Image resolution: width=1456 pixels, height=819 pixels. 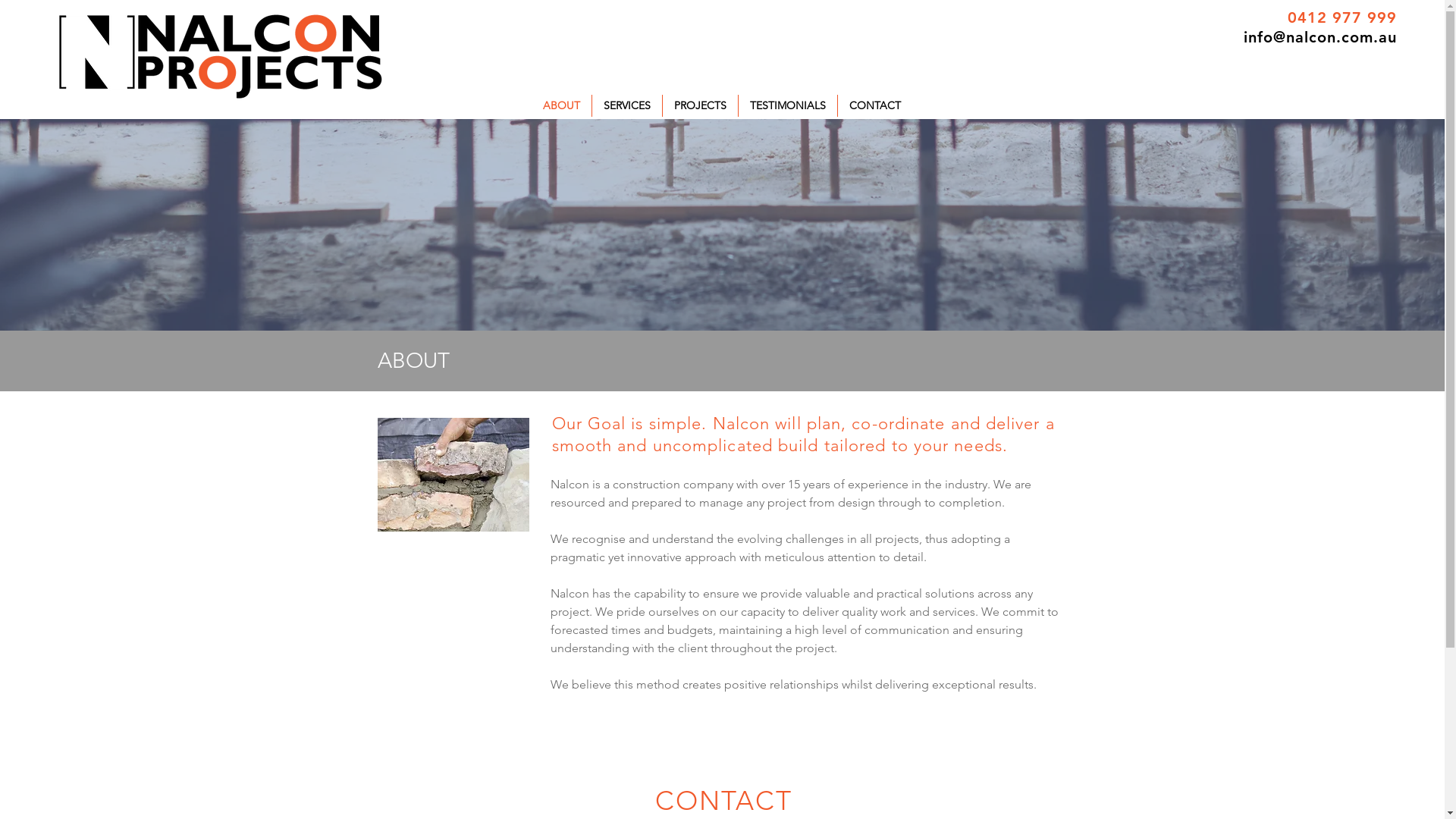 What do you see at coordinates (560, 105) in the screenshot?
I see `'ABOUT'` at bounding box center [560, 105].